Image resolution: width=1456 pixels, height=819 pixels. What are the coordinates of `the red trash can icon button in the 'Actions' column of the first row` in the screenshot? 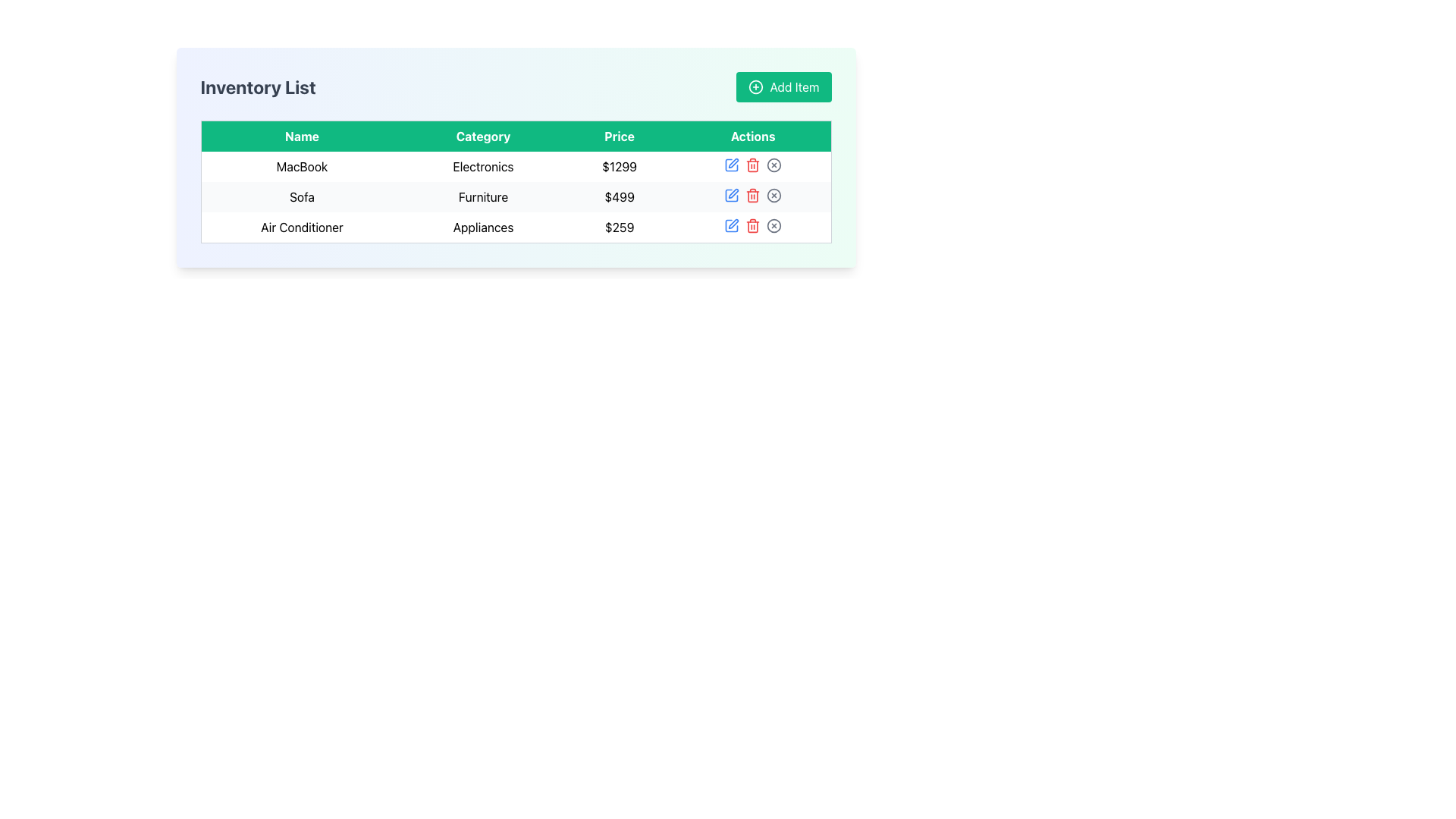 It's located at (753, 165).